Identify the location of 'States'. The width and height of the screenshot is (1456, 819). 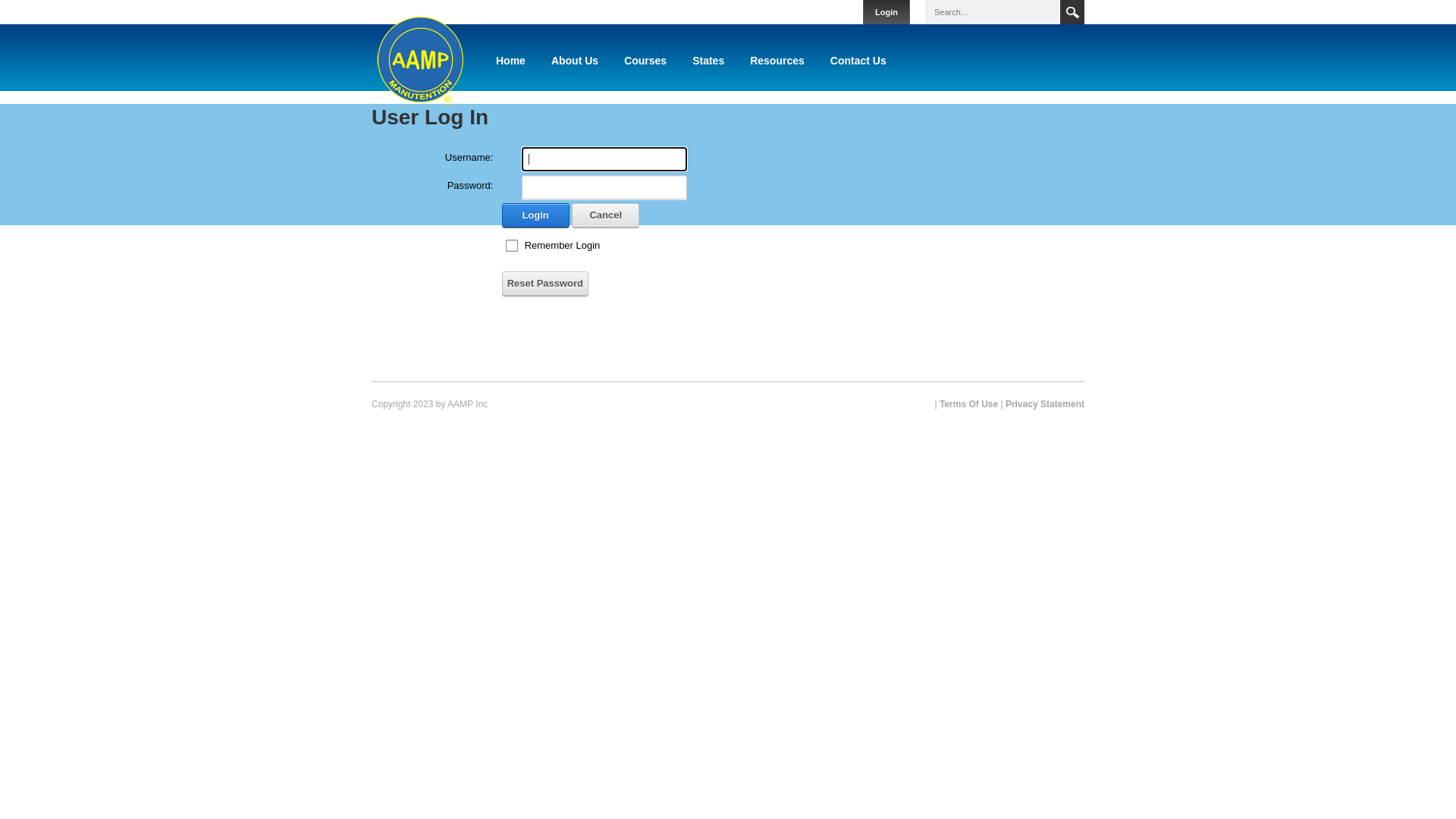
(708, 60).